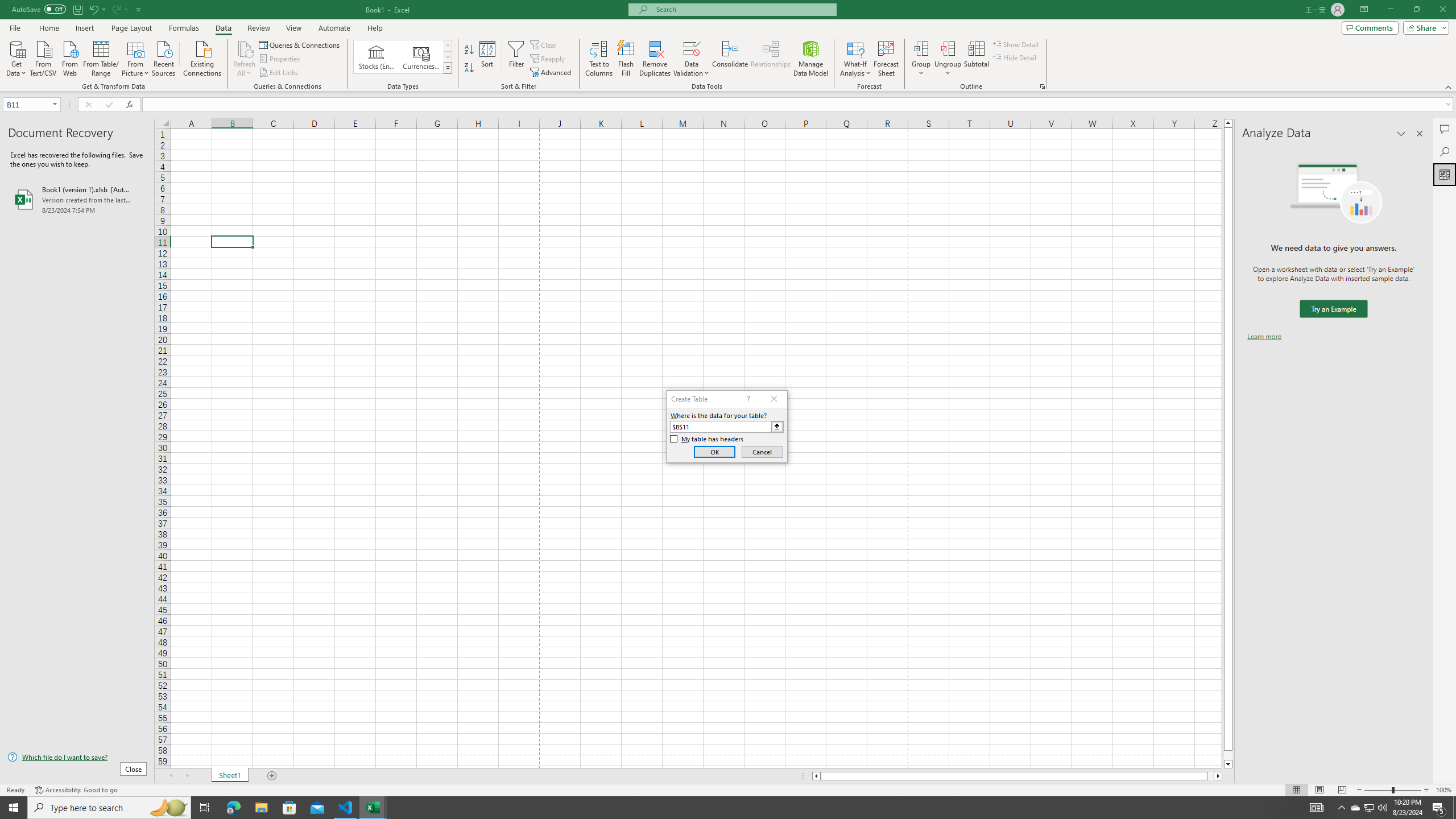  Describe the element at coordinates (1444, 152) in the screenshot. I see `'Search'` at that location.